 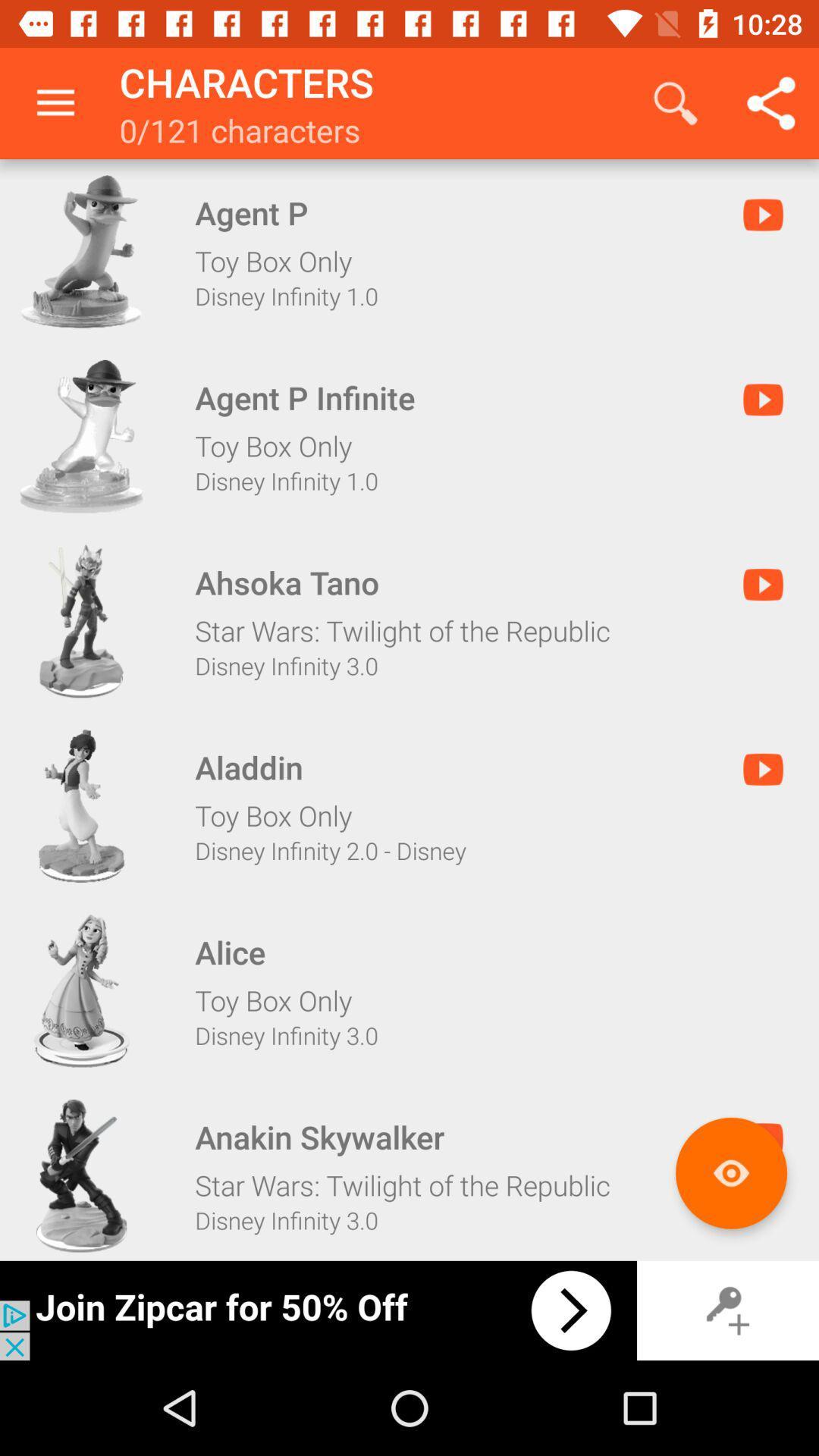 What do you see at coordinates (730, 1172) in the screenshot?
I see `click here to preview` at bounding box center [730, 1172].